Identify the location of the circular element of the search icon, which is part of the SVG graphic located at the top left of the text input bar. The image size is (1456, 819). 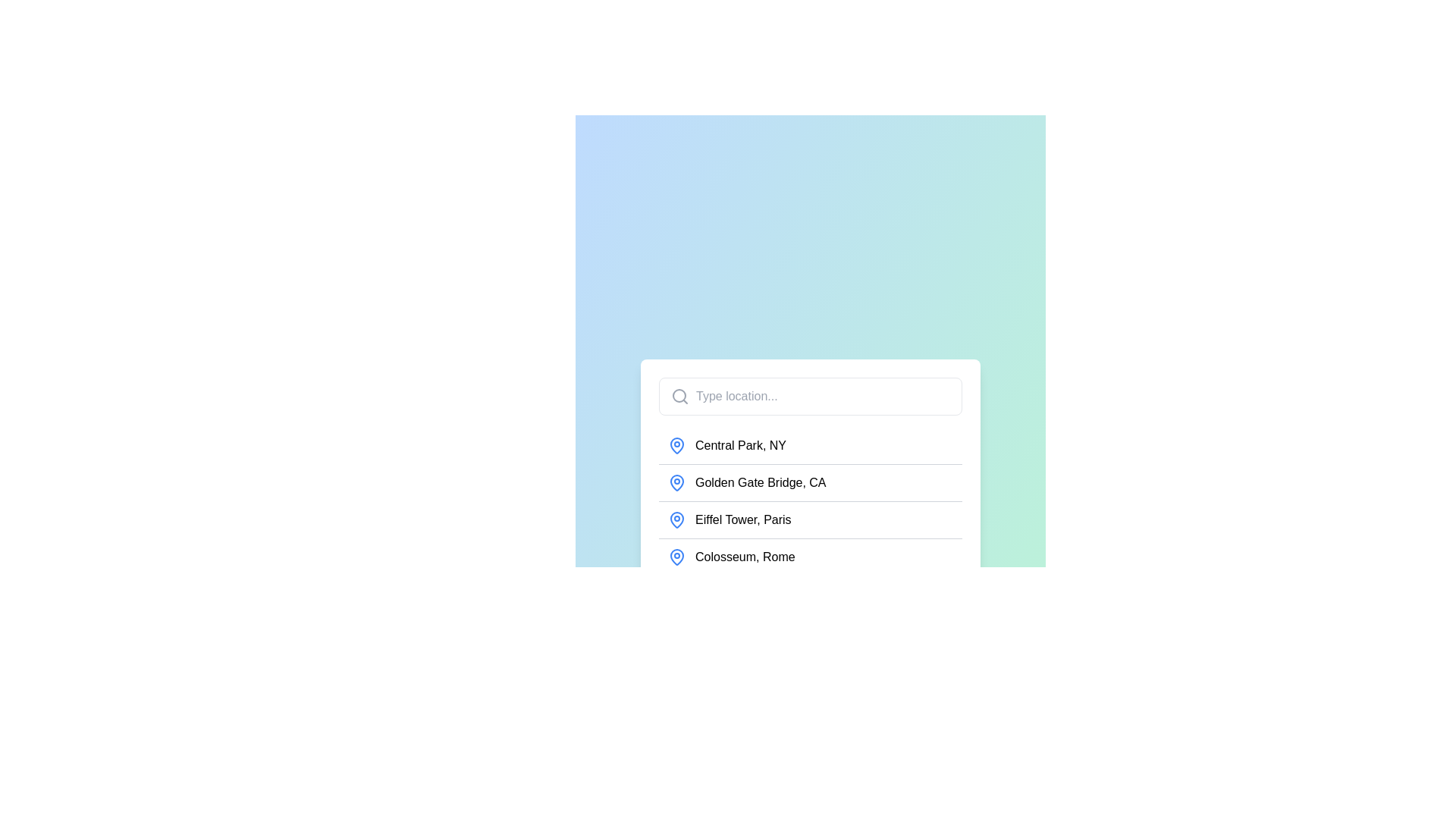
(679, 394).